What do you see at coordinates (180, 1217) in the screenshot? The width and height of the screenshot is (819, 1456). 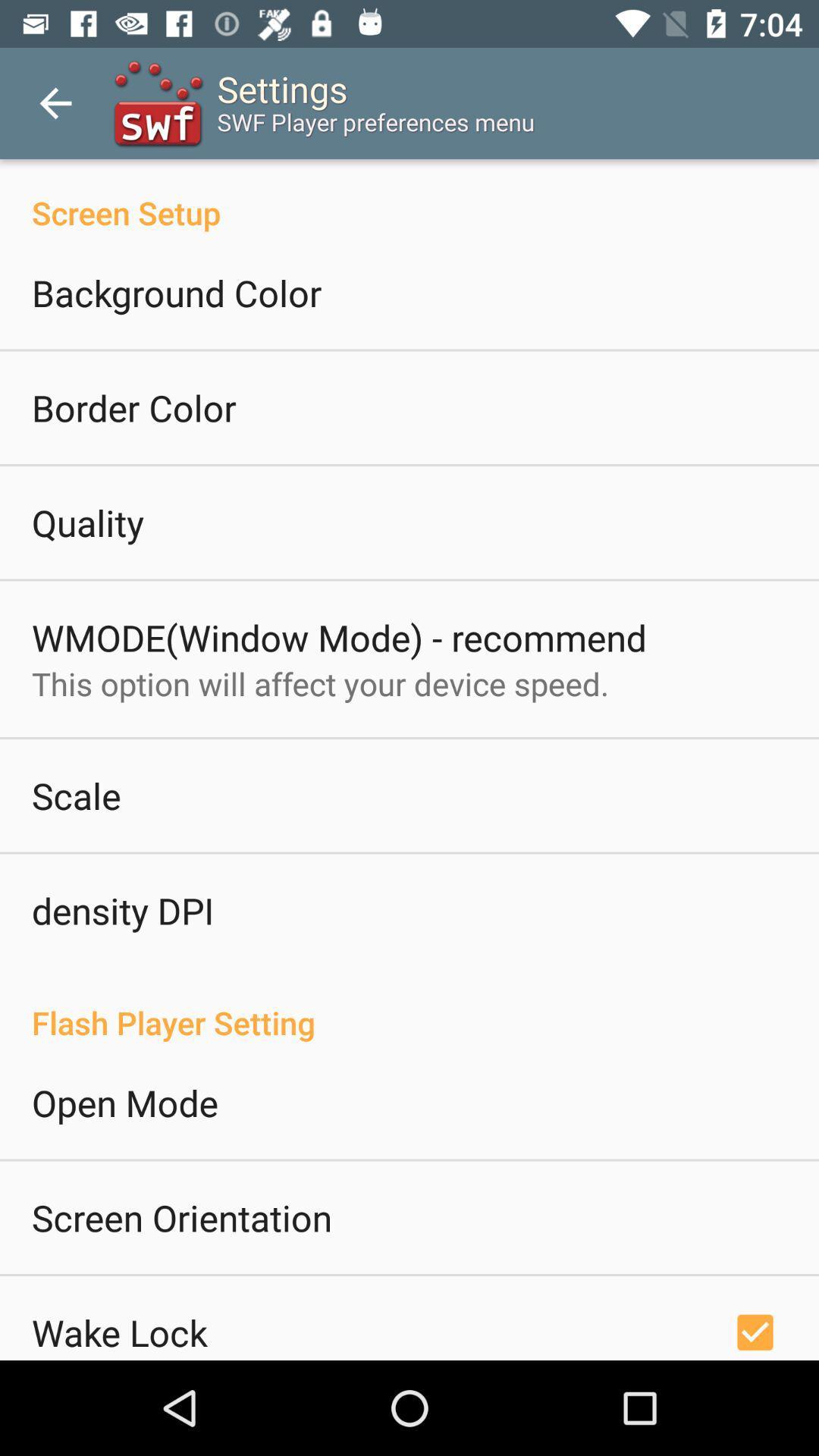 I see `the item above the wake lock item` at bounding box center [180, 1217].